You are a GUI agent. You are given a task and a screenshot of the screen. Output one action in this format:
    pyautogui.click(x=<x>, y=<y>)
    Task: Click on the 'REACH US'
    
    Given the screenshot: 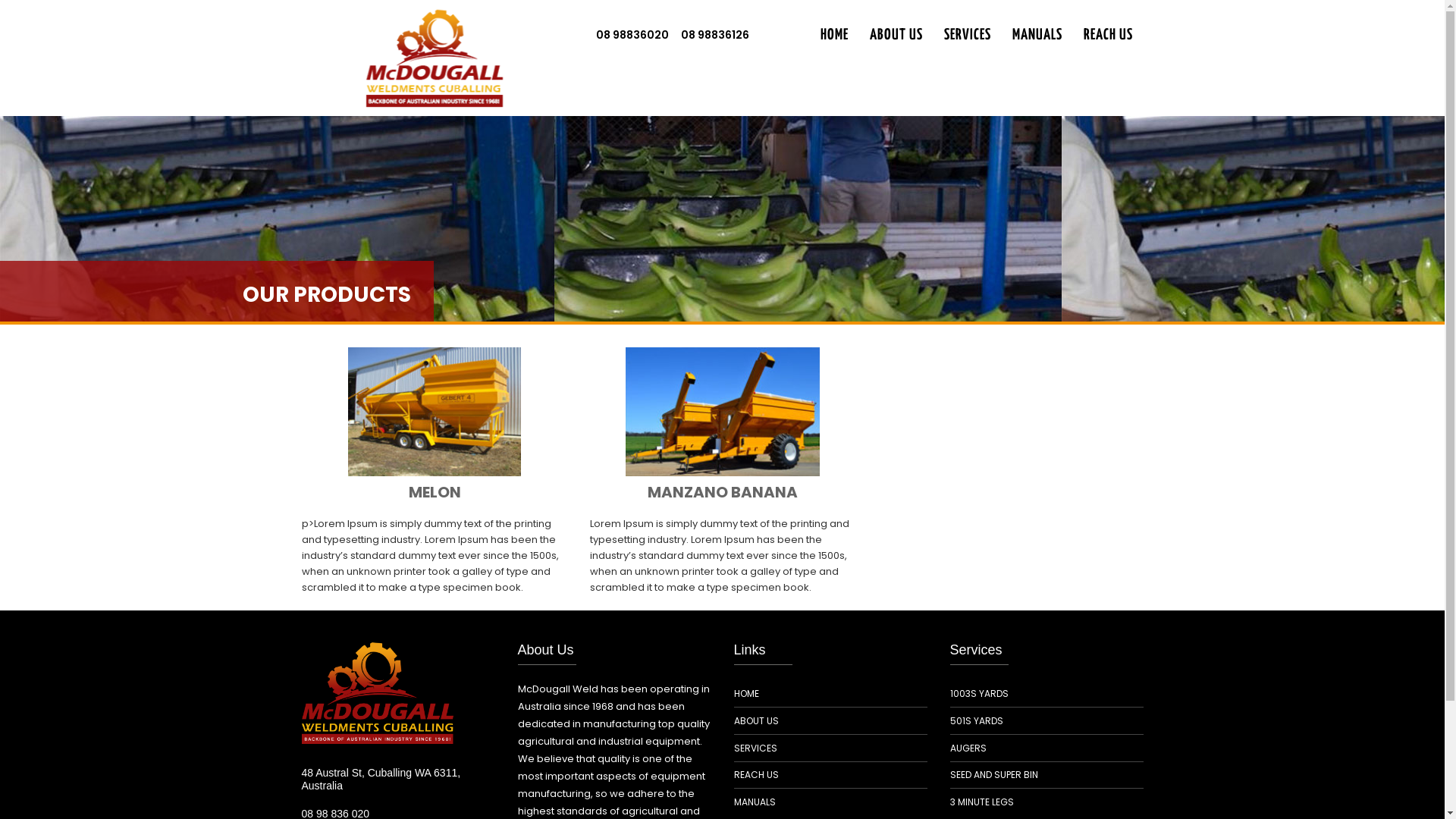 What is the action you would take?
    pyautogui.click(x=1107, y=35)
    